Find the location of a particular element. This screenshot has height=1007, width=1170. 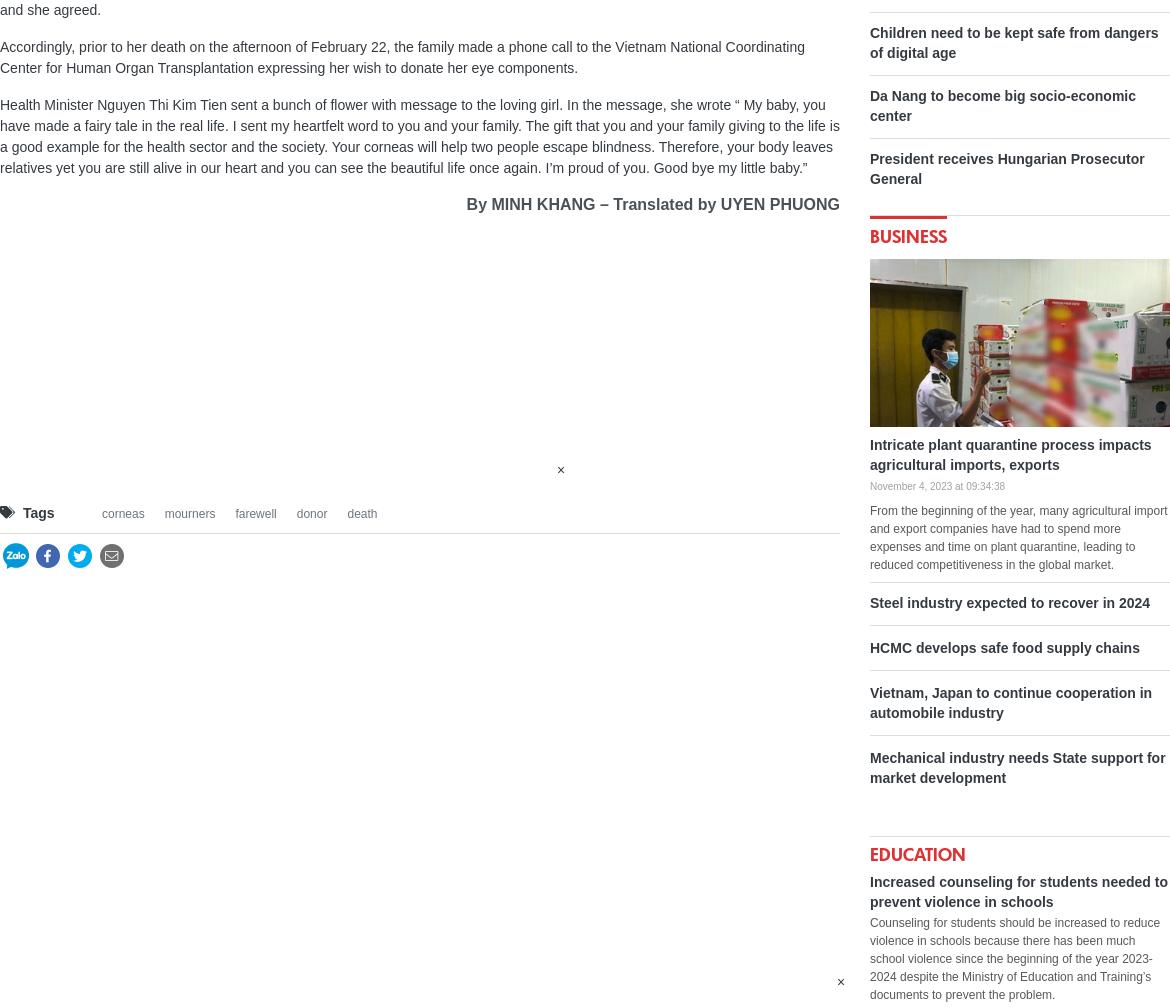

'Vietnam, Japan to continue cooperation in automobile industry' is located at coordinates (1010, 701).